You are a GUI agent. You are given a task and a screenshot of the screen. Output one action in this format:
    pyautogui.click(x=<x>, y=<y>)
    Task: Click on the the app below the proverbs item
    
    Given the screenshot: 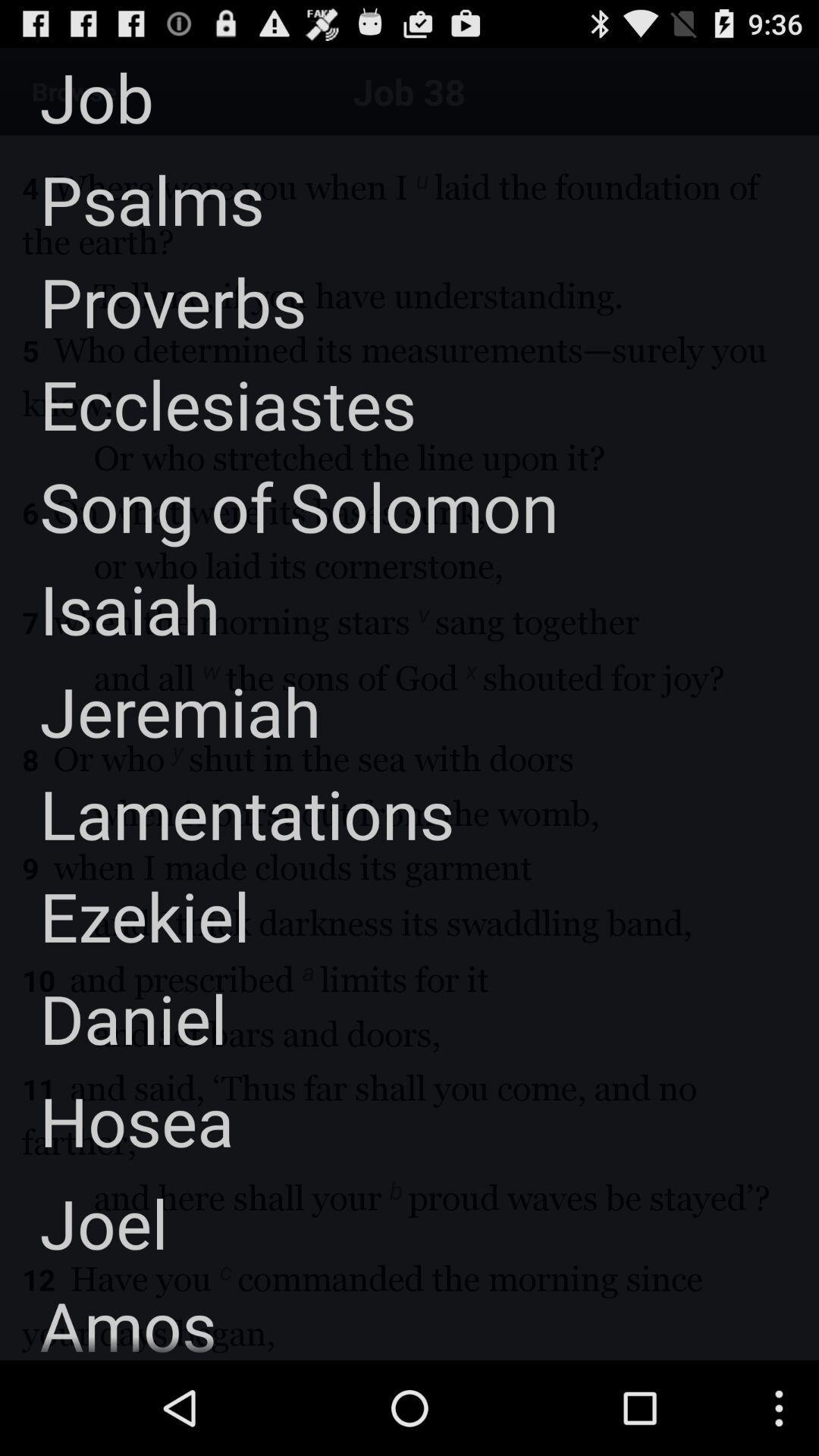 What is the action you would take?
    pyautogui.click(x=208, y=403)
    